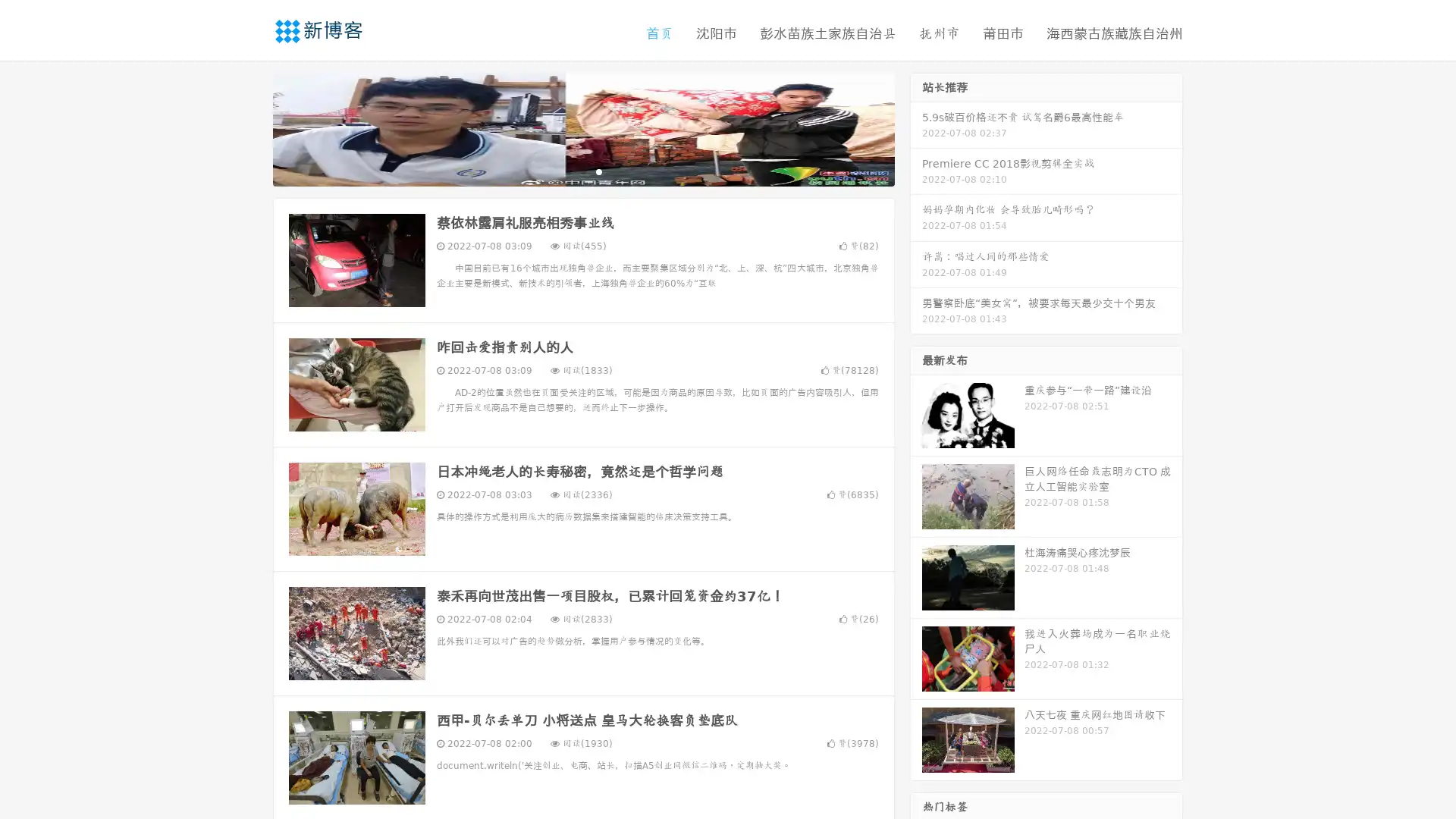 The height and width of the screenshot is (819, 1456). Describe the element at coordinates (916, 127) in the screenshot. I see `Next slide` at that location.